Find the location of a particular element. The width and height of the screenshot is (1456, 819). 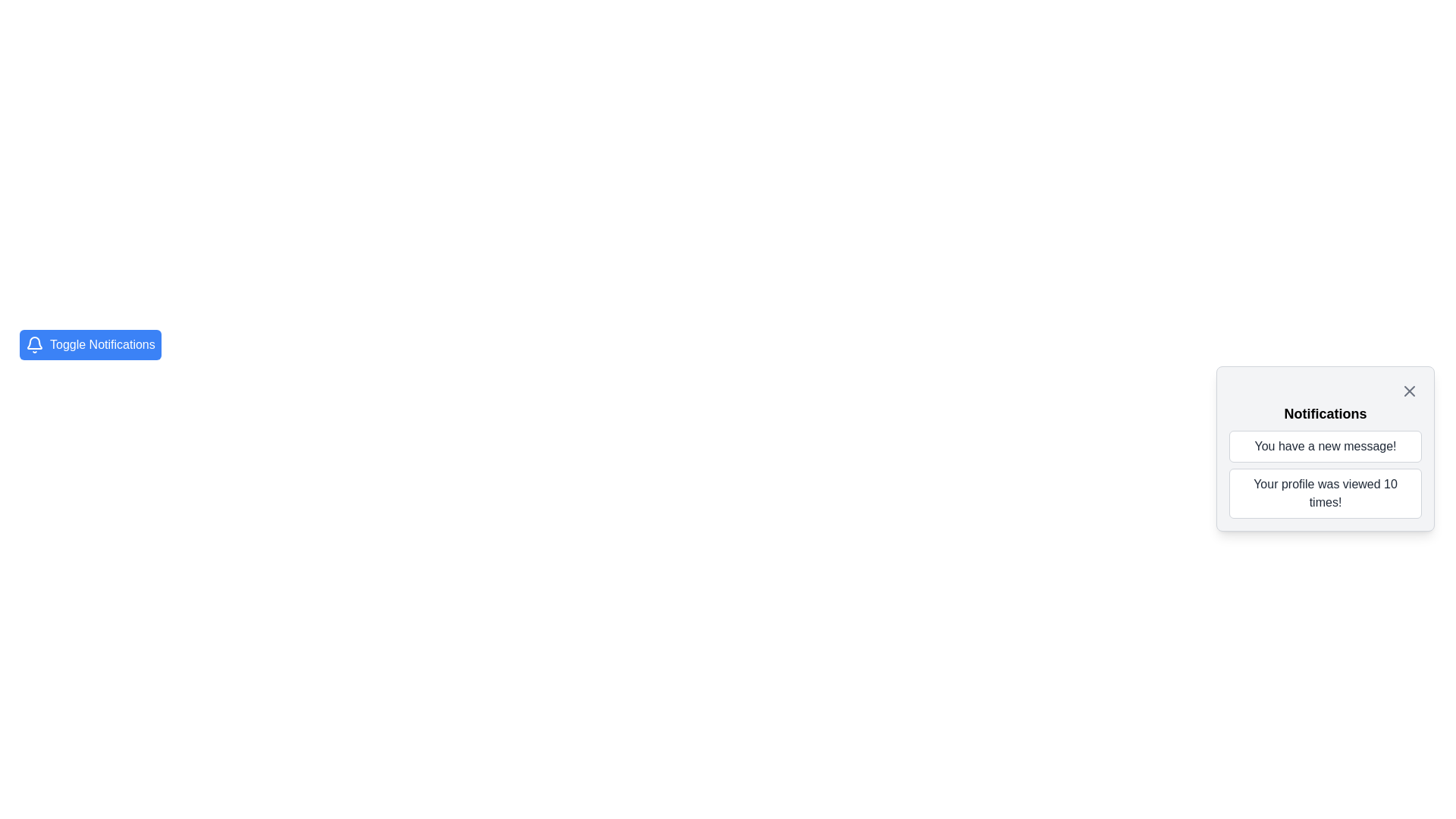

the 'Toggle Notifications' button that contains the bell icon on its left side is located at coordinates (35, 345).